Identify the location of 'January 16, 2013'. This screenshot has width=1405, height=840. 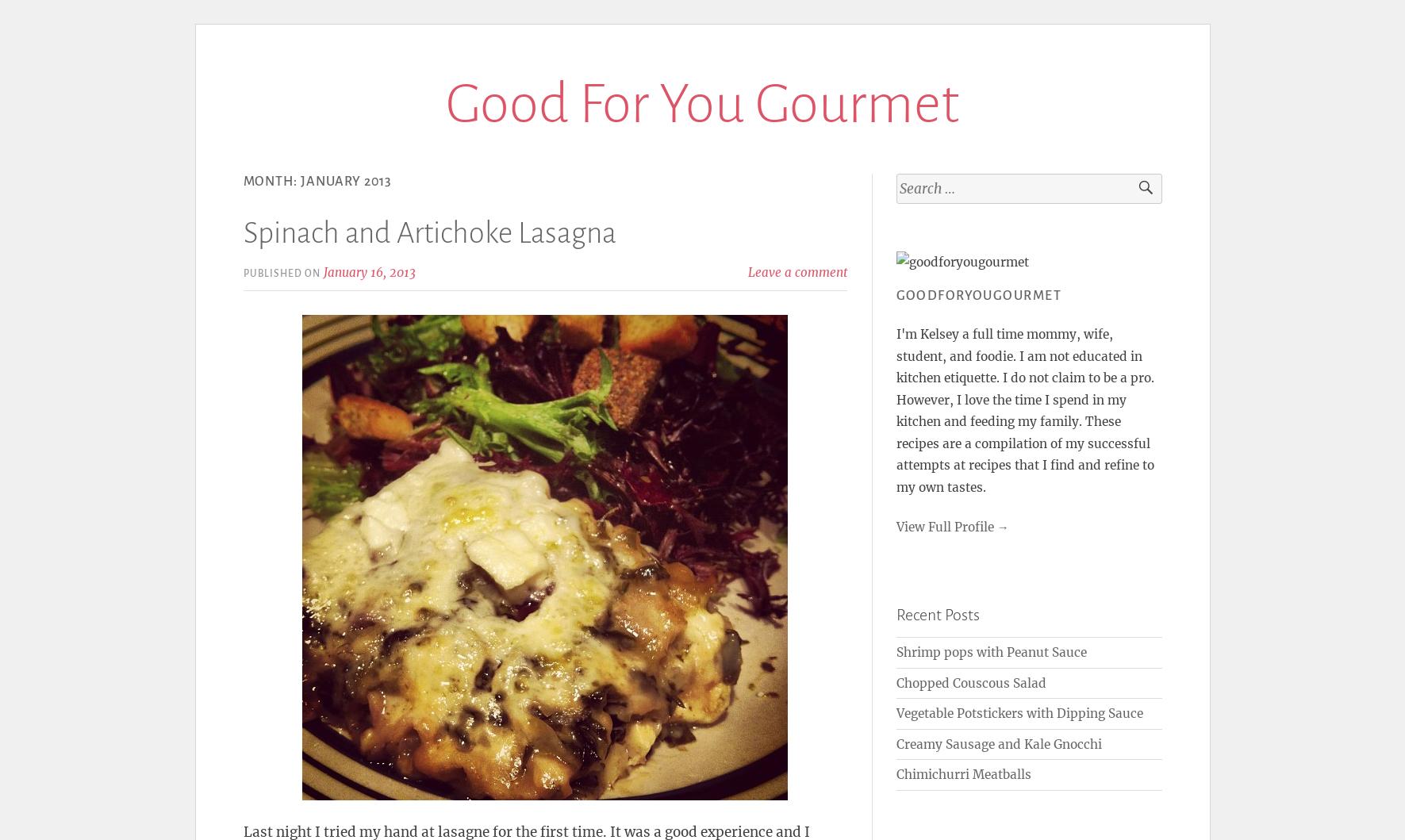
(322, 271).